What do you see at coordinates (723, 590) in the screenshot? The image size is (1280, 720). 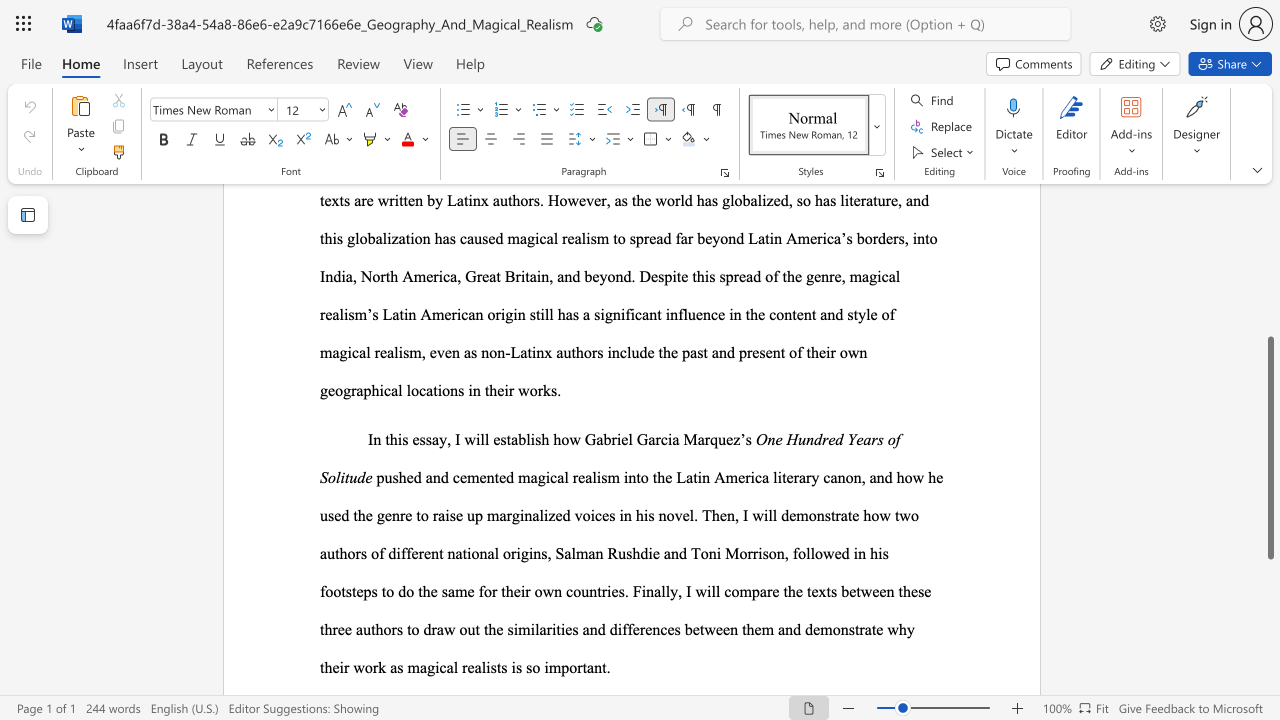 I see `the subset text "compare the texts between these three authors to draw out the similarities and di" within the text "to do the same for their own countries. Finally, I will compare the texts between these three authors to draw out the similarities and differences between them and"` at bounding box center [723, 590].